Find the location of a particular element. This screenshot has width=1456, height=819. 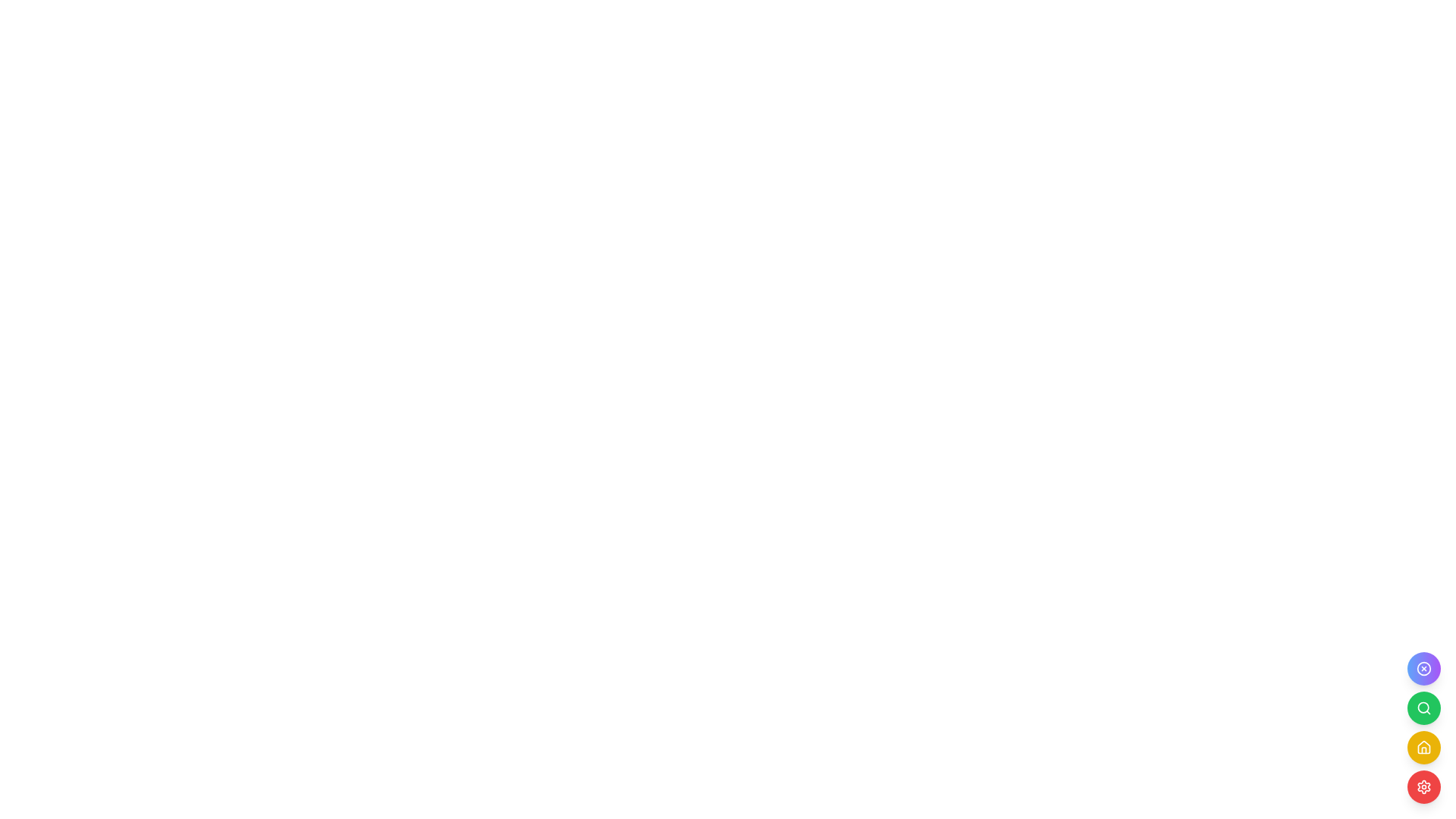

the button with a yellow background featuring a house-shaped icon is located at coordinates (1423, 747).